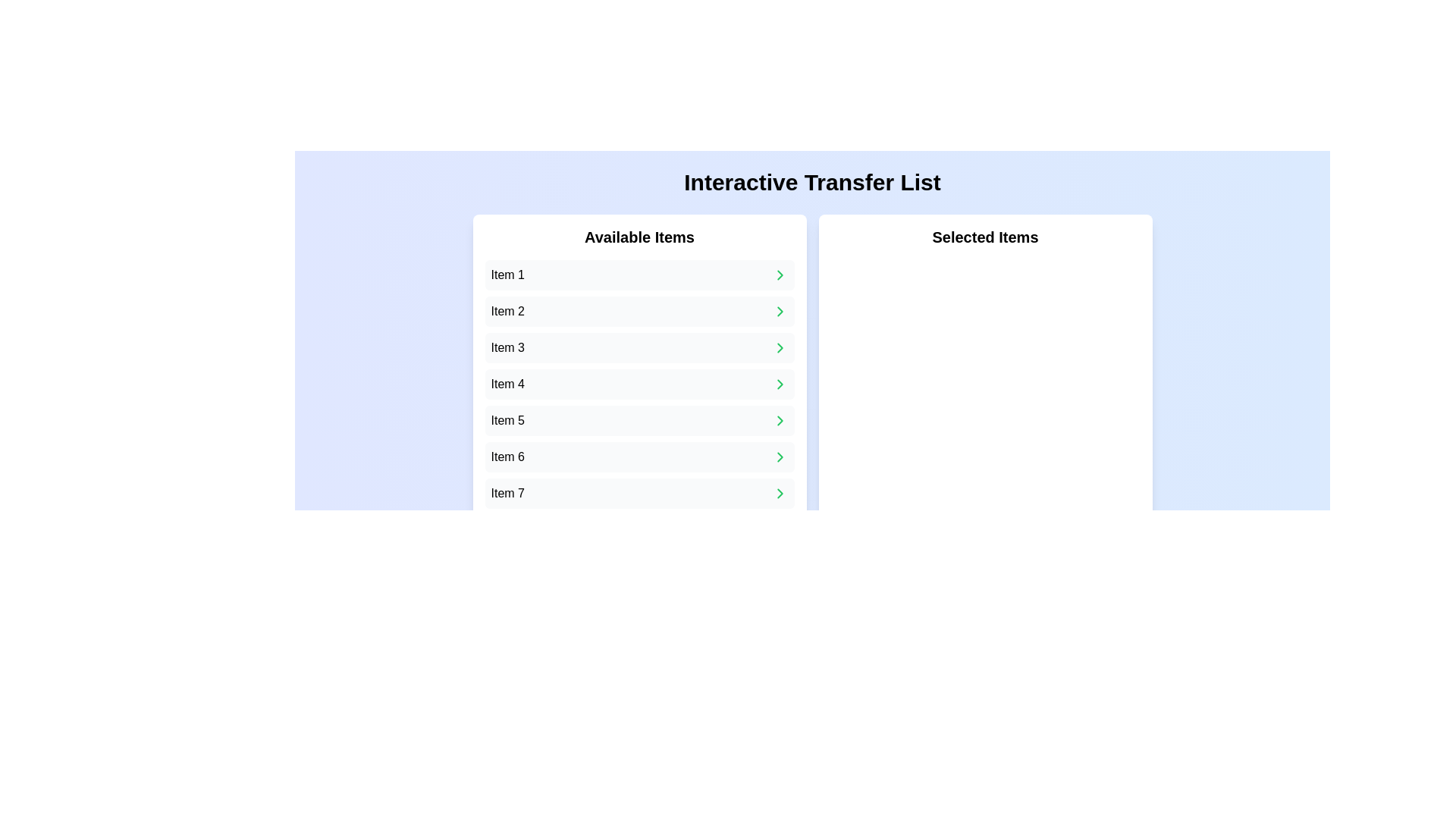 The width and height of the screenshot is (1456, 819). What do you see at coordinates (780, 421) in the screenshot?
I see `the green right-facing chevron icon located to the right of 'Item 5' in the 'Available Items' section` at bounding box center [780, 421].